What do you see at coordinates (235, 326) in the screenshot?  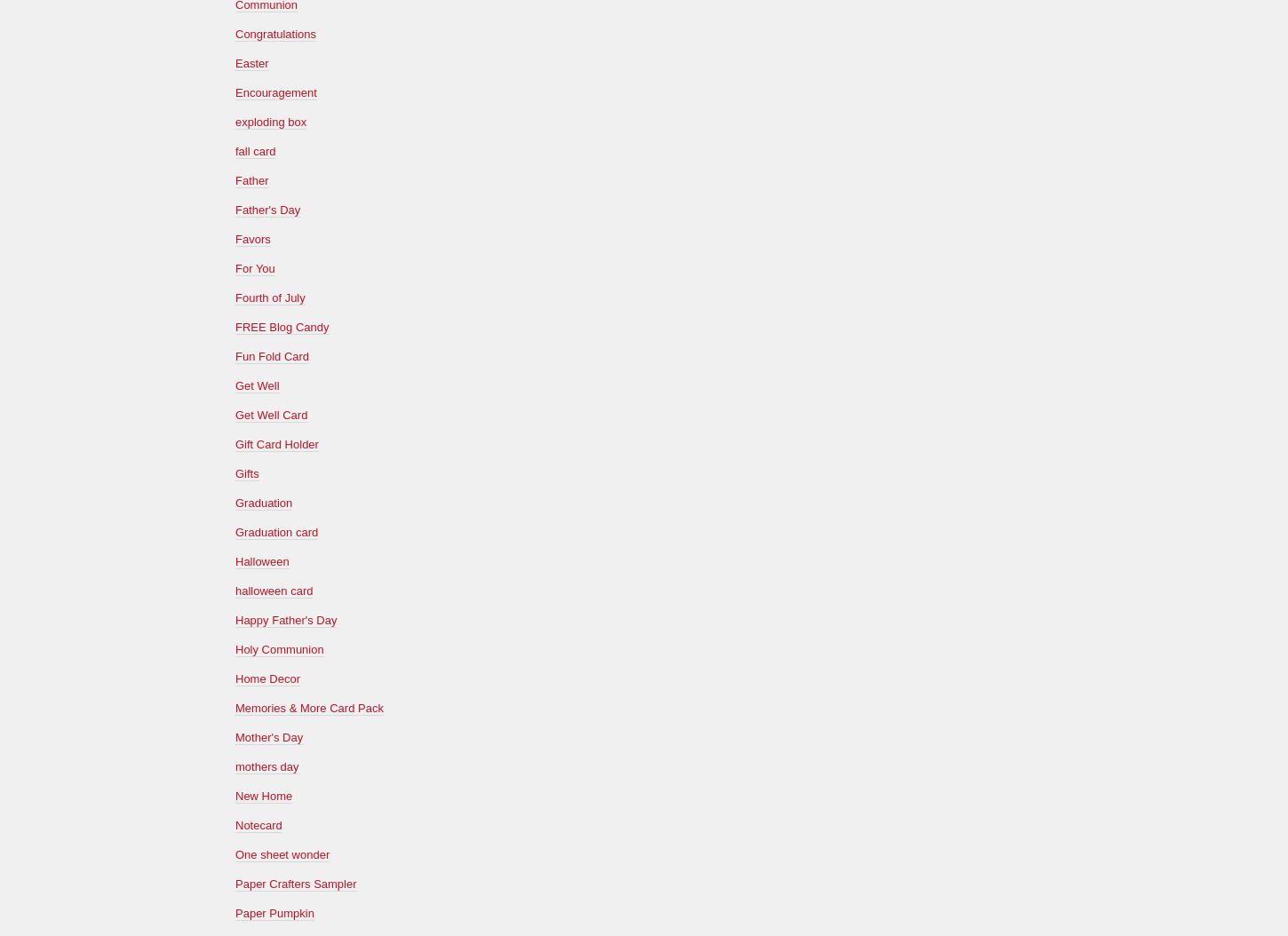 I see `'FREE Blog Candy'` at bounding box center [235, 326].